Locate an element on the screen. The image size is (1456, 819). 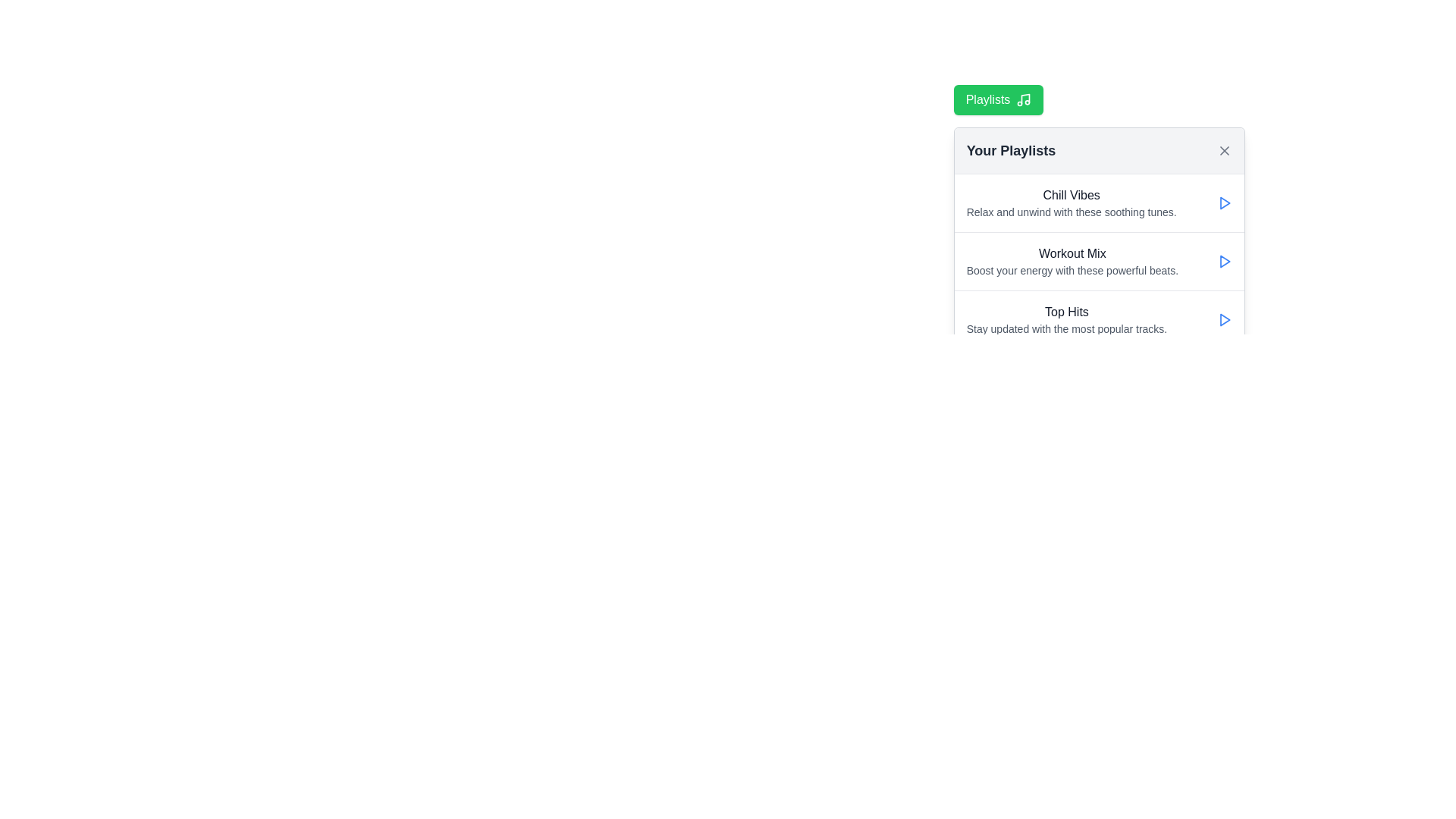
the blue triangular play icon located at the far-right end of the 'Top Hits' section in the playlist panel is located at coordinates (1224, 318).